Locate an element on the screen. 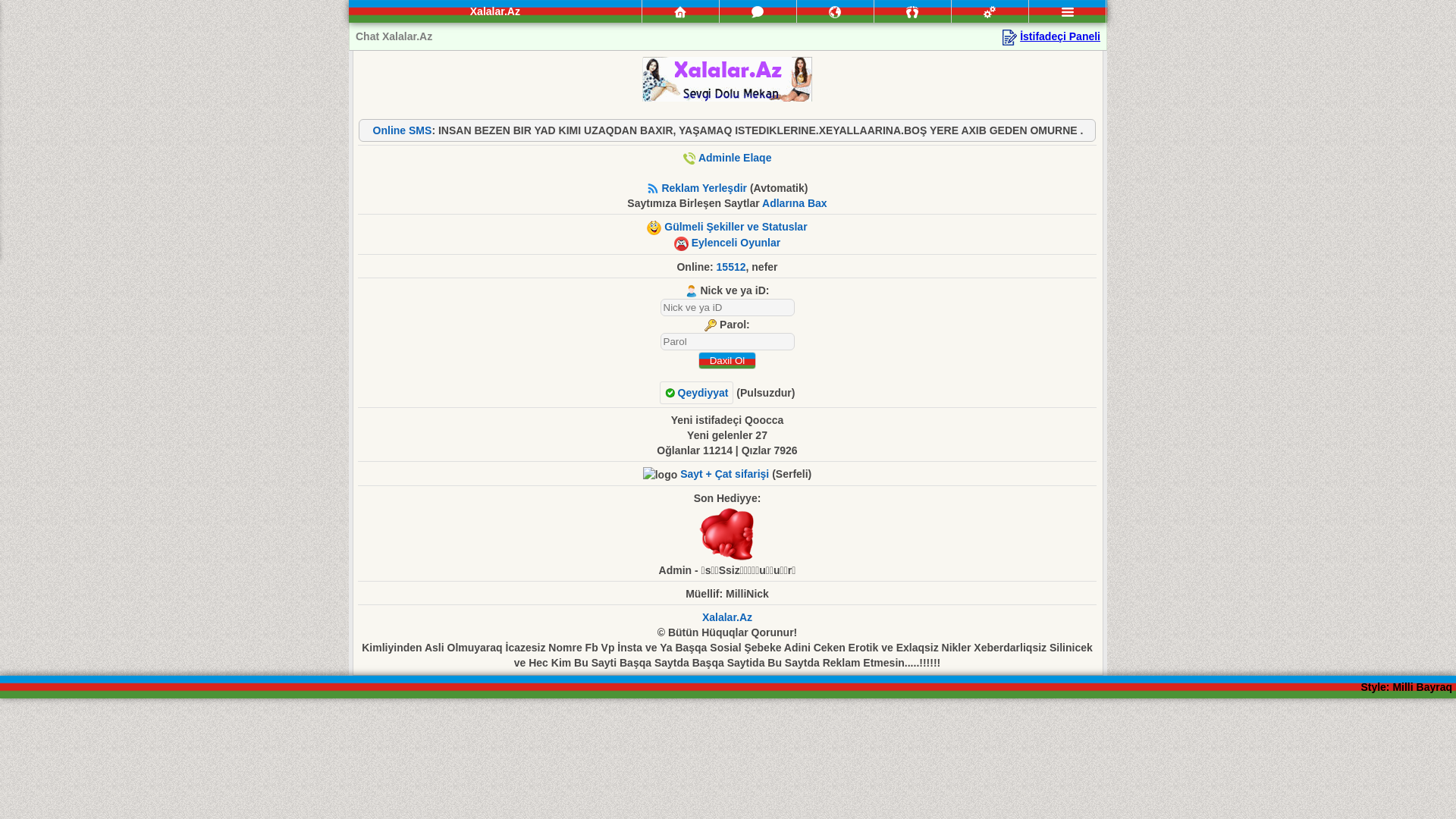 The image size is (1456, 819). 'Style: Milli Bayraq' is located at coordinates (1405, 687).